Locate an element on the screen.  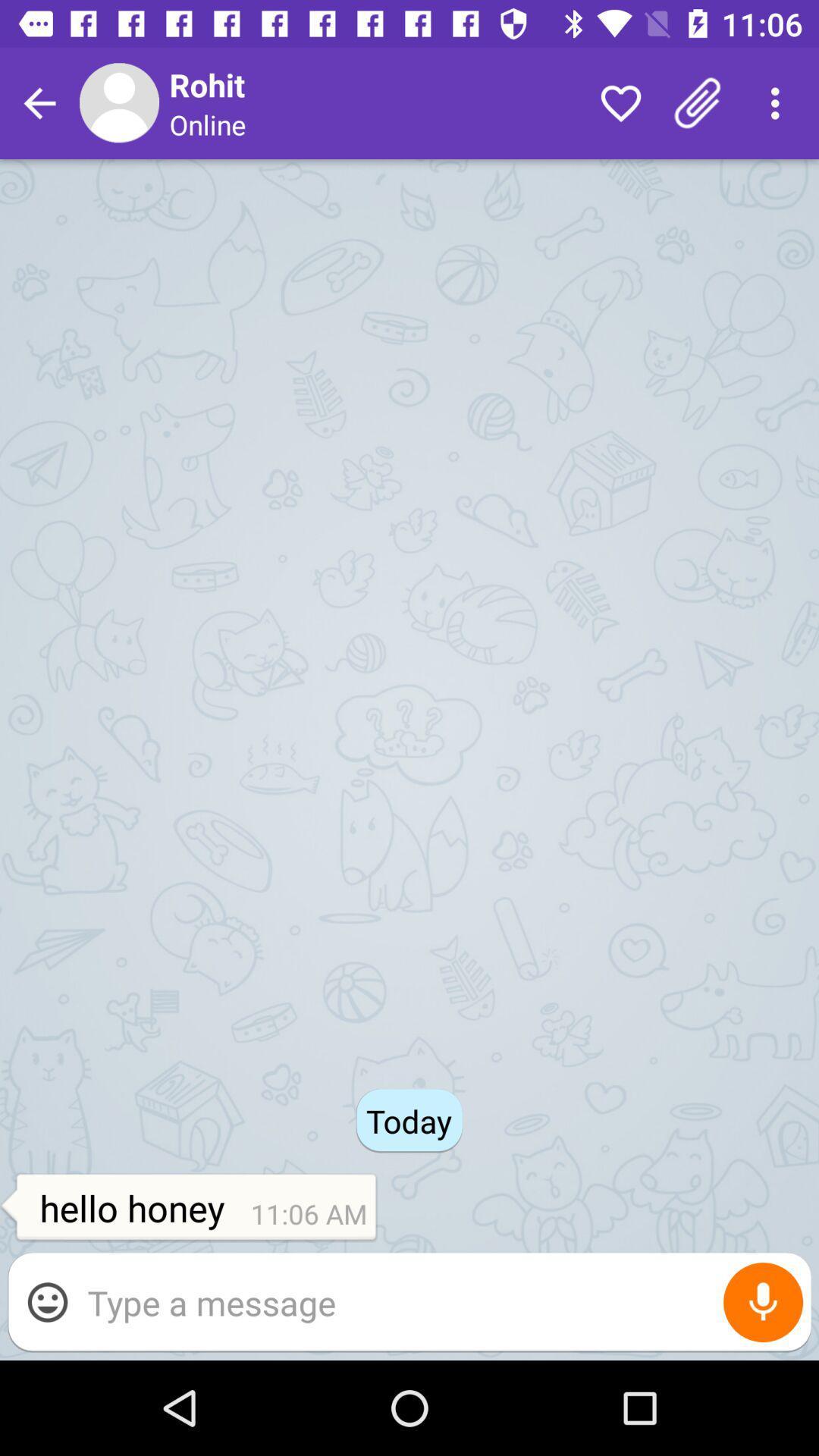
go back is located at coordinates (39, 102).